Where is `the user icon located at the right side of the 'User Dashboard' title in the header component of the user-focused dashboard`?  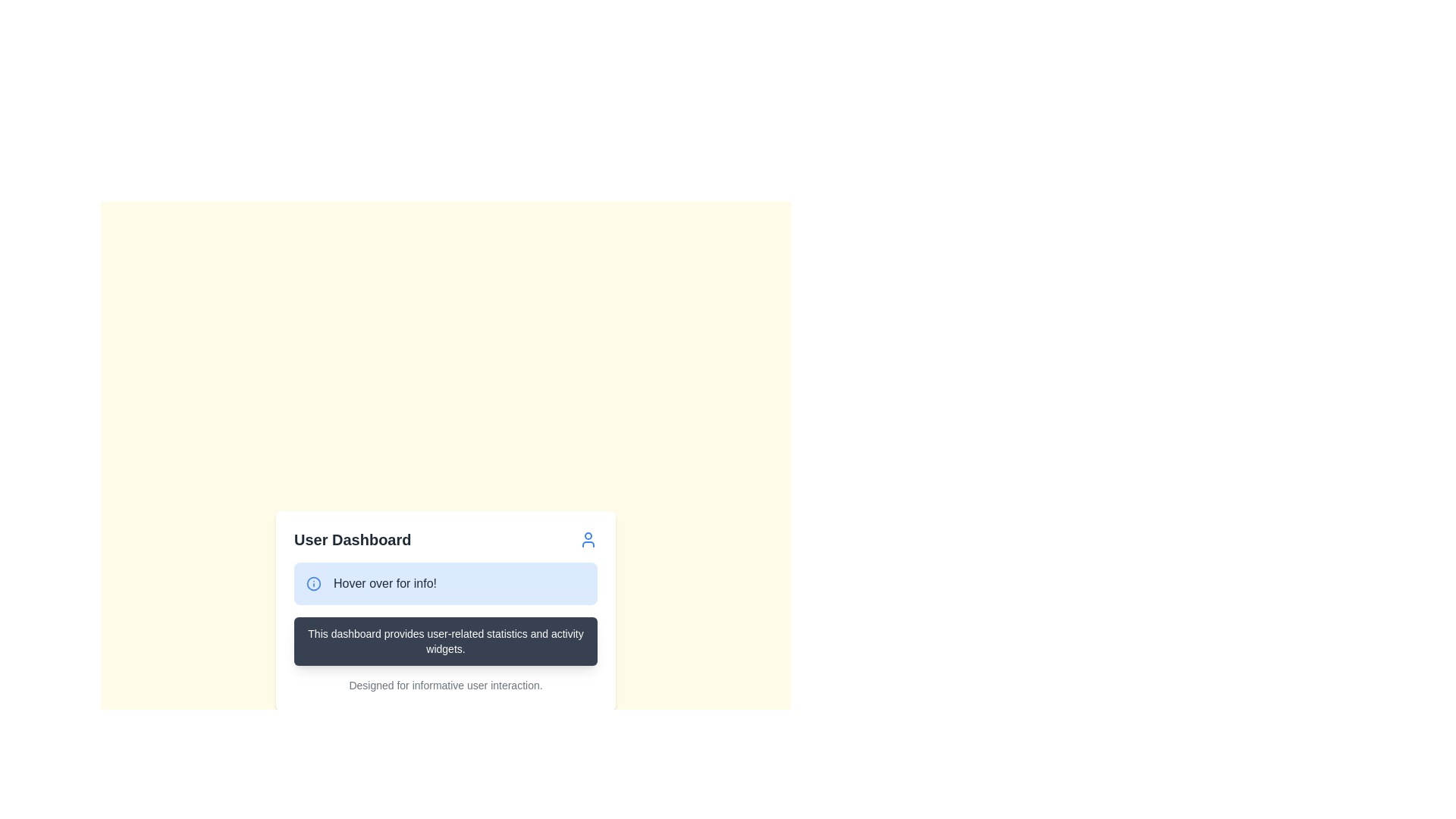
the user icon located at the right side of the 'User Dashboard' title in the header component of the user-focused dashboard is located at coordinates (445, 539).